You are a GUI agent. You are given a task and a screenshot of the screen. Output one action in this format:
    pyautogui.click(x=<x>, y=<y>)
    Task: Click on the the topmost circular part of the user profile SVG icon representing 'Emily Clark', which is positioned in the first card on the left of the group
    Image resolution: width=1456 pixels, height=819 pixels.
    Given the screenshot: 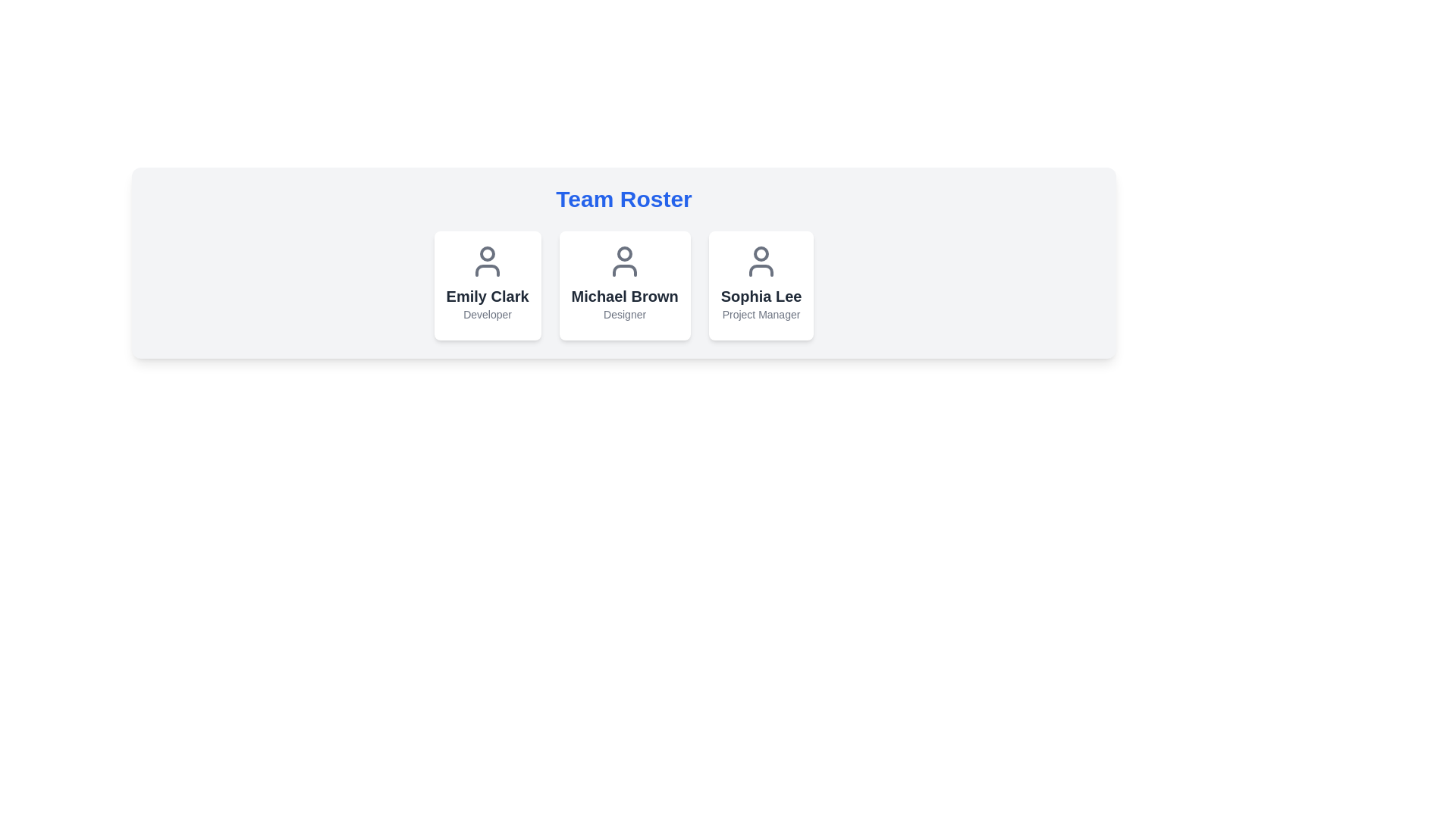 What is the action you would take?
    pyautogui.click(x=488, y=253)
    